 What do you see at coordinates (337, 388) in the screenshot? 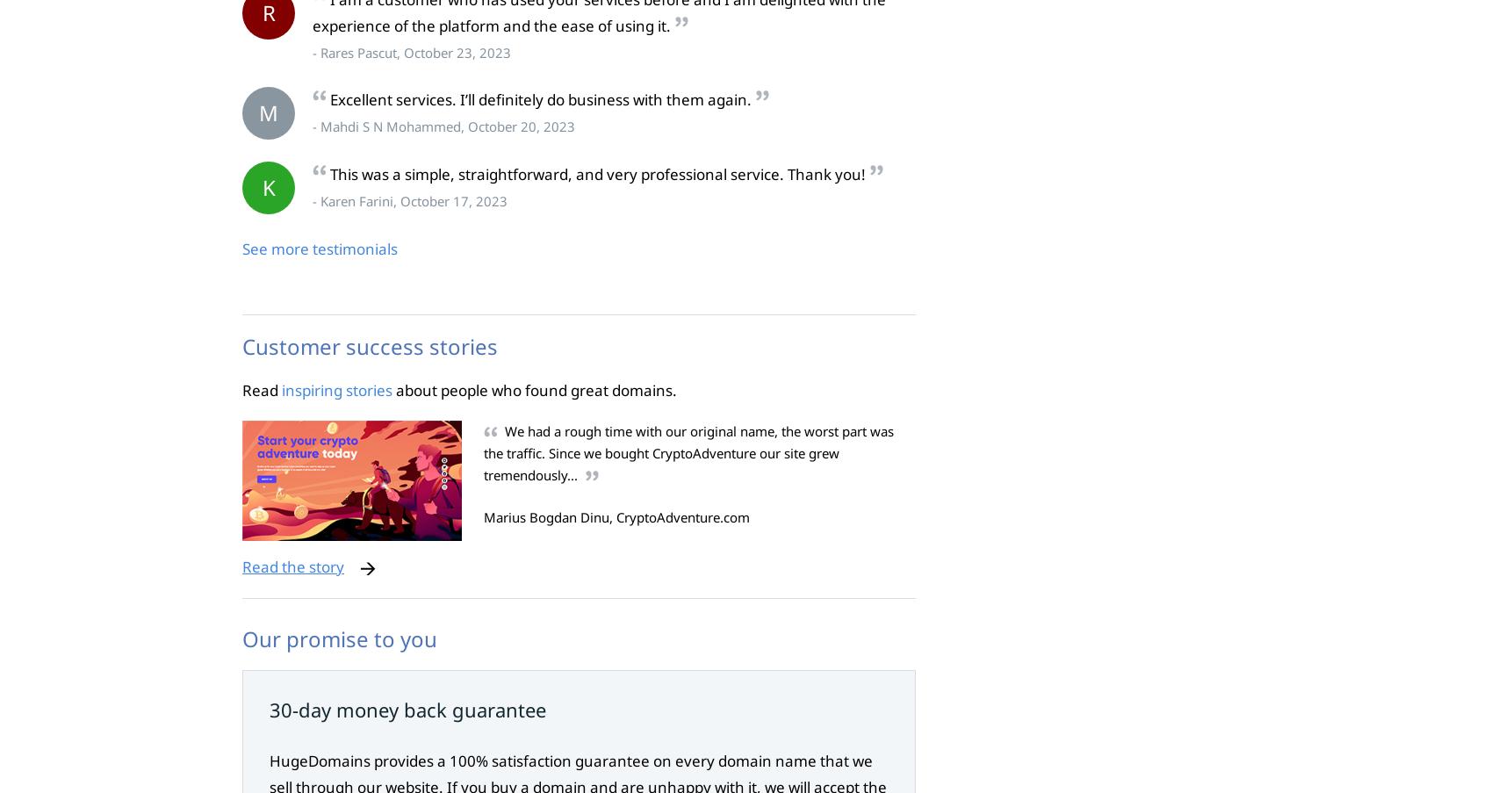
I see `'inspiring stories'` at bounding box center [337, 388].